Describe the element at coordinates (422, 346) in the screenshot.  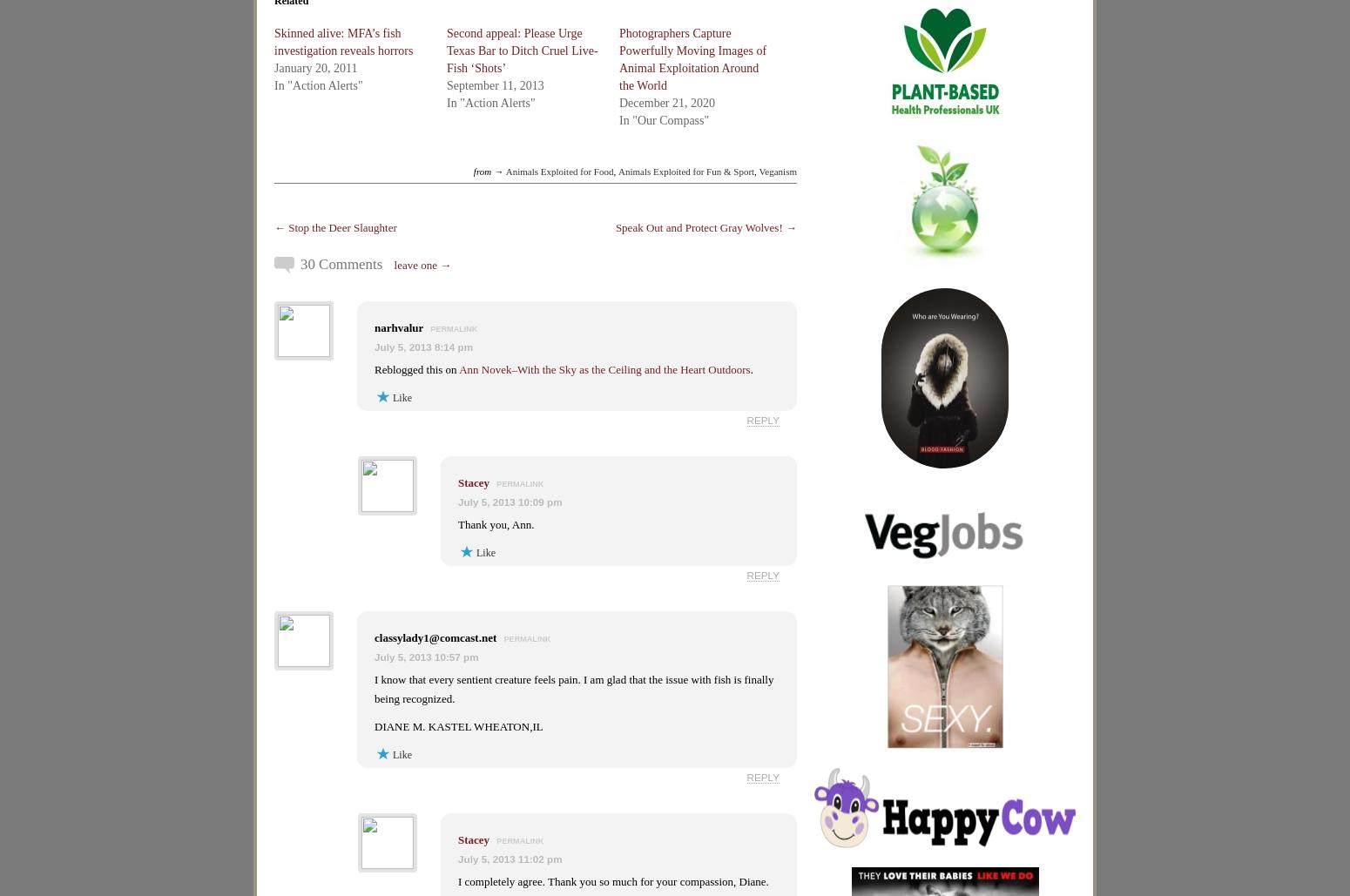
I see `'July 5, 2013 8:14 pm'` at that location.